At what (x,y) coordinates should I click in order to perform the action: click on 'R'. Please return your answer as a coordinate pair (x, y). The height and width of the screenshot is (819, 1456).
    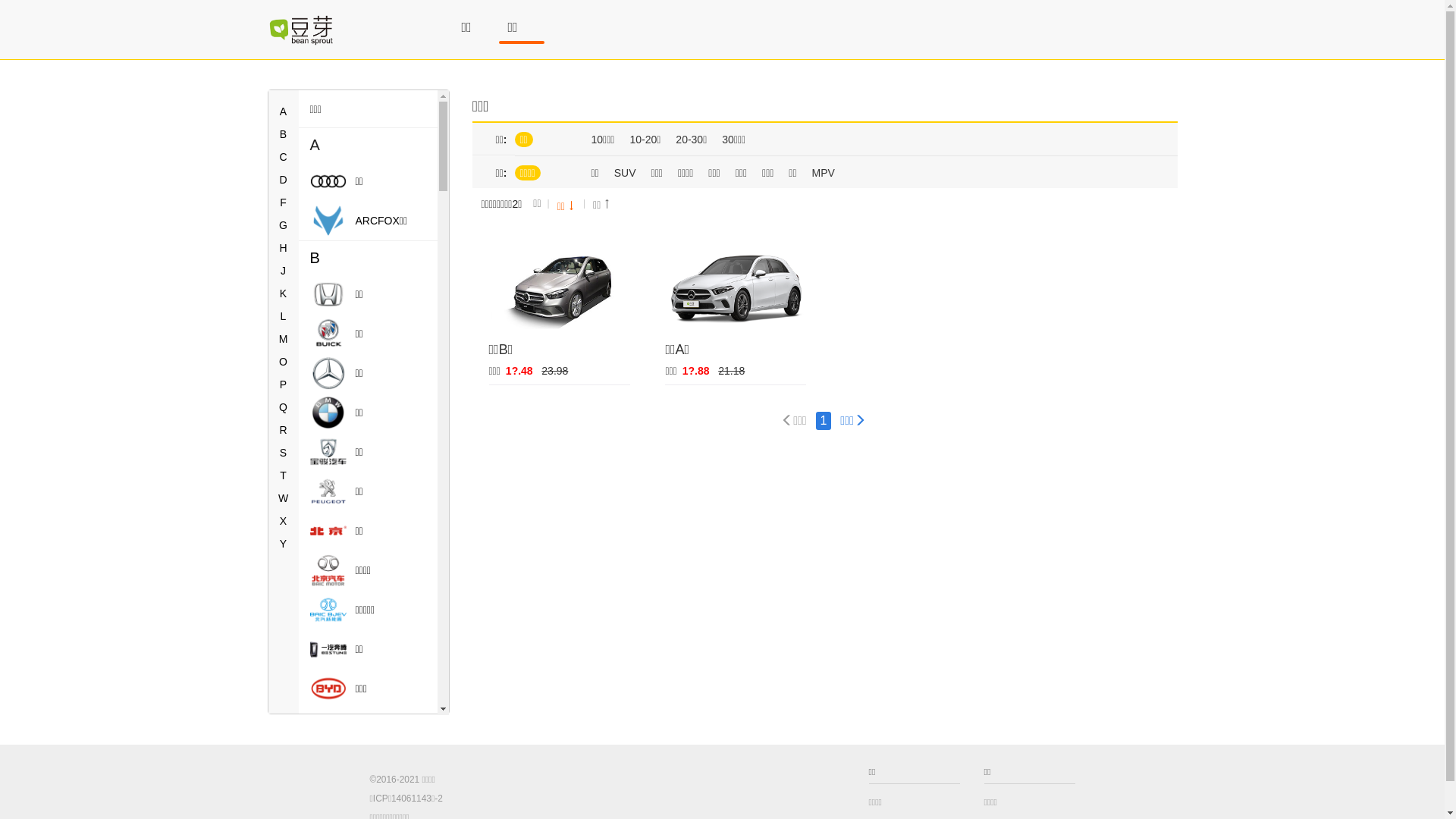
    Looking at the image, I should click on (283, 430).